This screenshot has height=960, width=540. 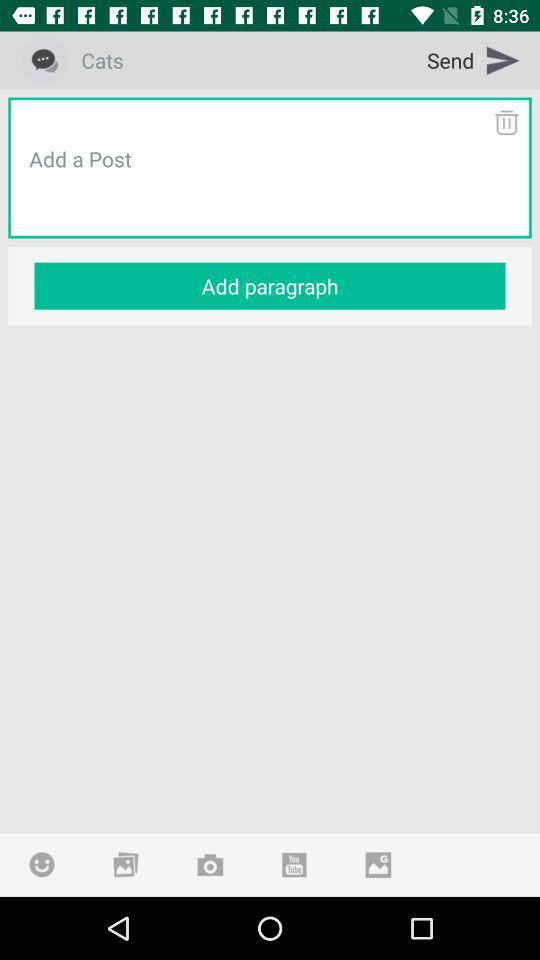 I want to click on take a photo, so click(x=209, y=863).